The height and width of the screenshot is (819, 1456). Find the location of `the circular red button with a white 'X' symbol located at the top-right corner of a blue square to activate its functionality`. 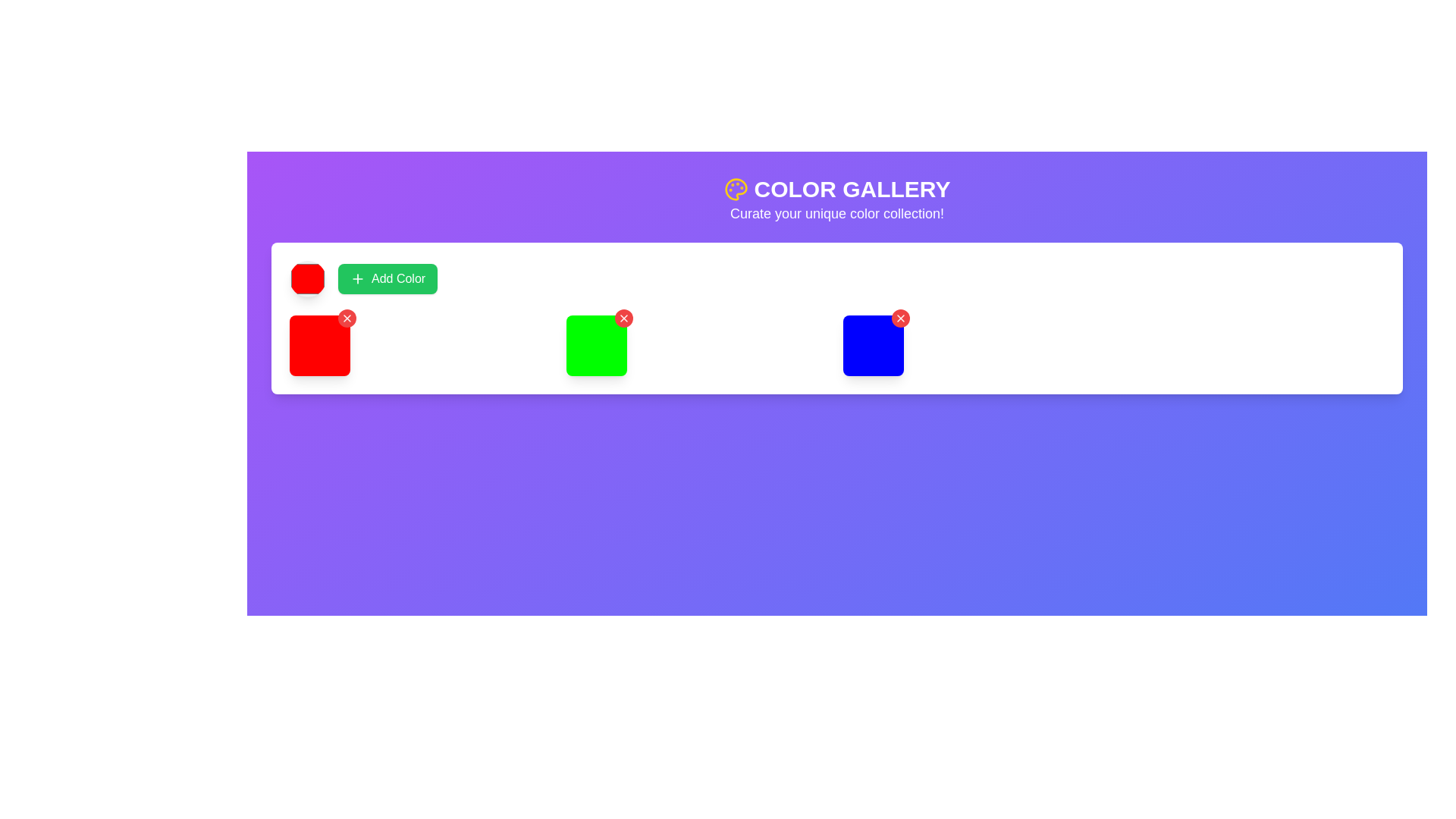

the circular red button with a white 'X' symbol located at the top-right corner of a blue square to activate its functionality is located at coordinates (901, 318).